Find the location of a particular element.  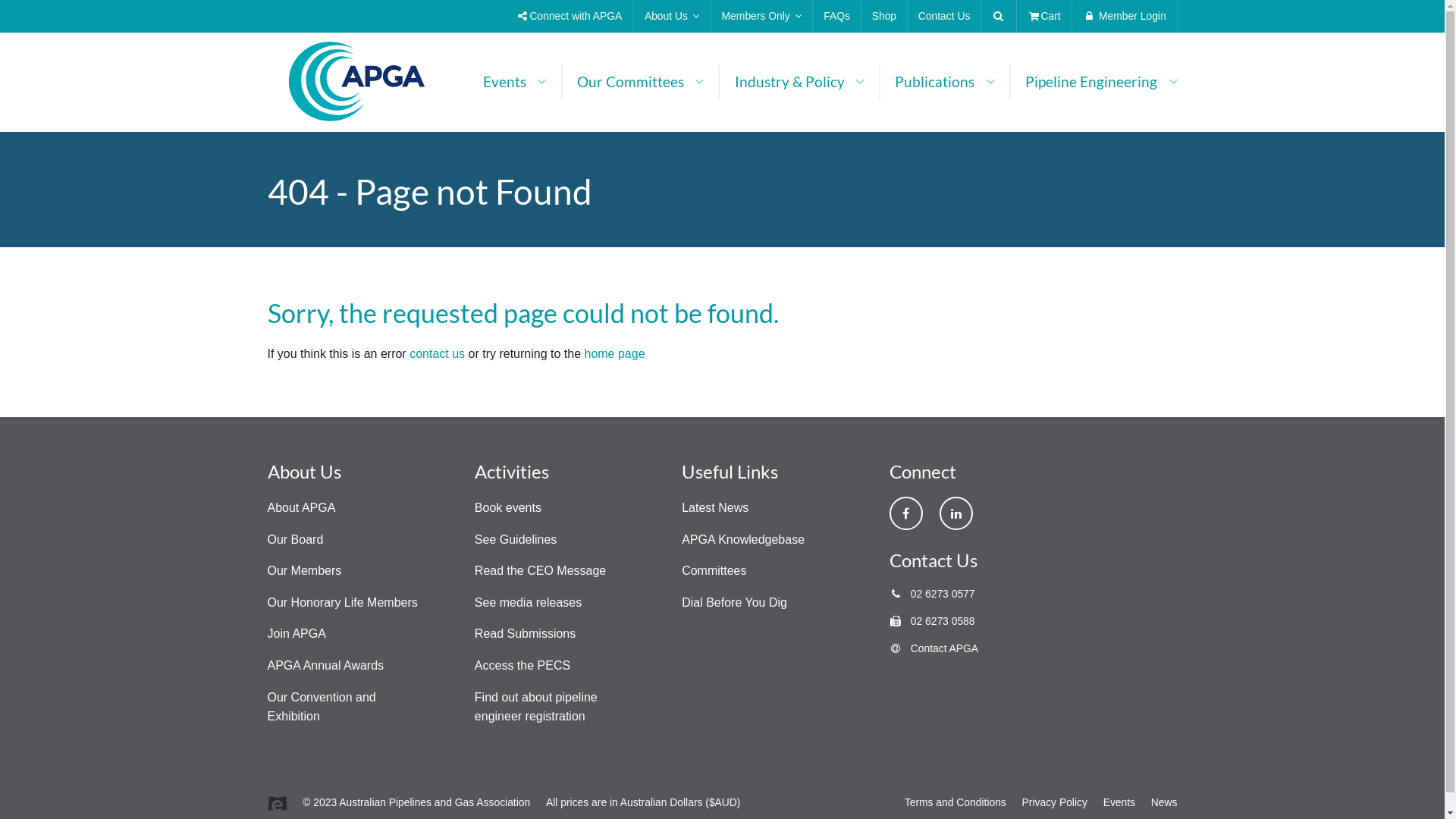

'Events' is located at coordinates (468, 82).